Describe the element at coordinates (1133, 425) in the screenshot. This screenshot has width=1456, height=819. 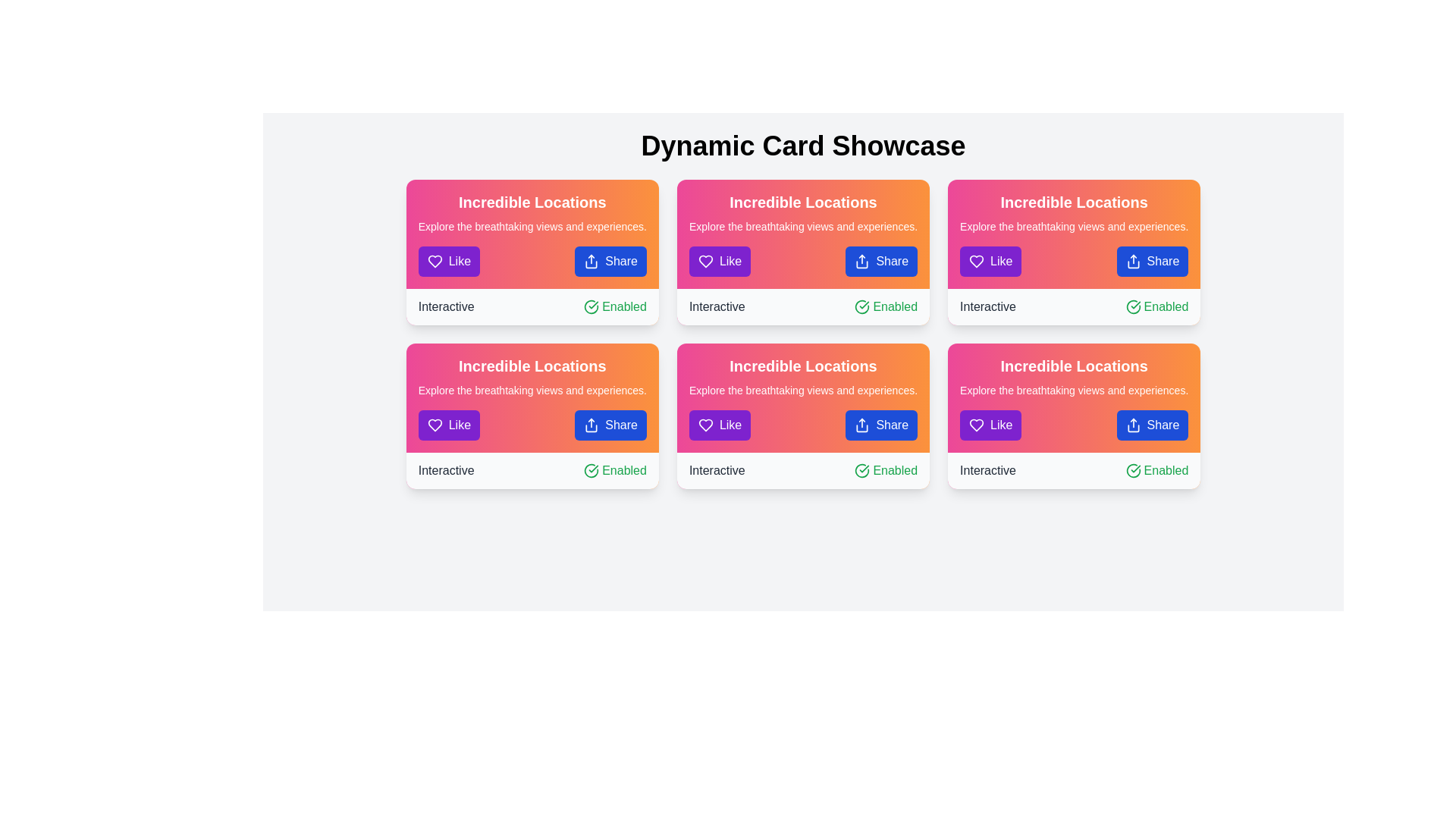
I see `the 'Share' button icon located in the bottom right of the card in the second row and third column of the grid layout` at that location.